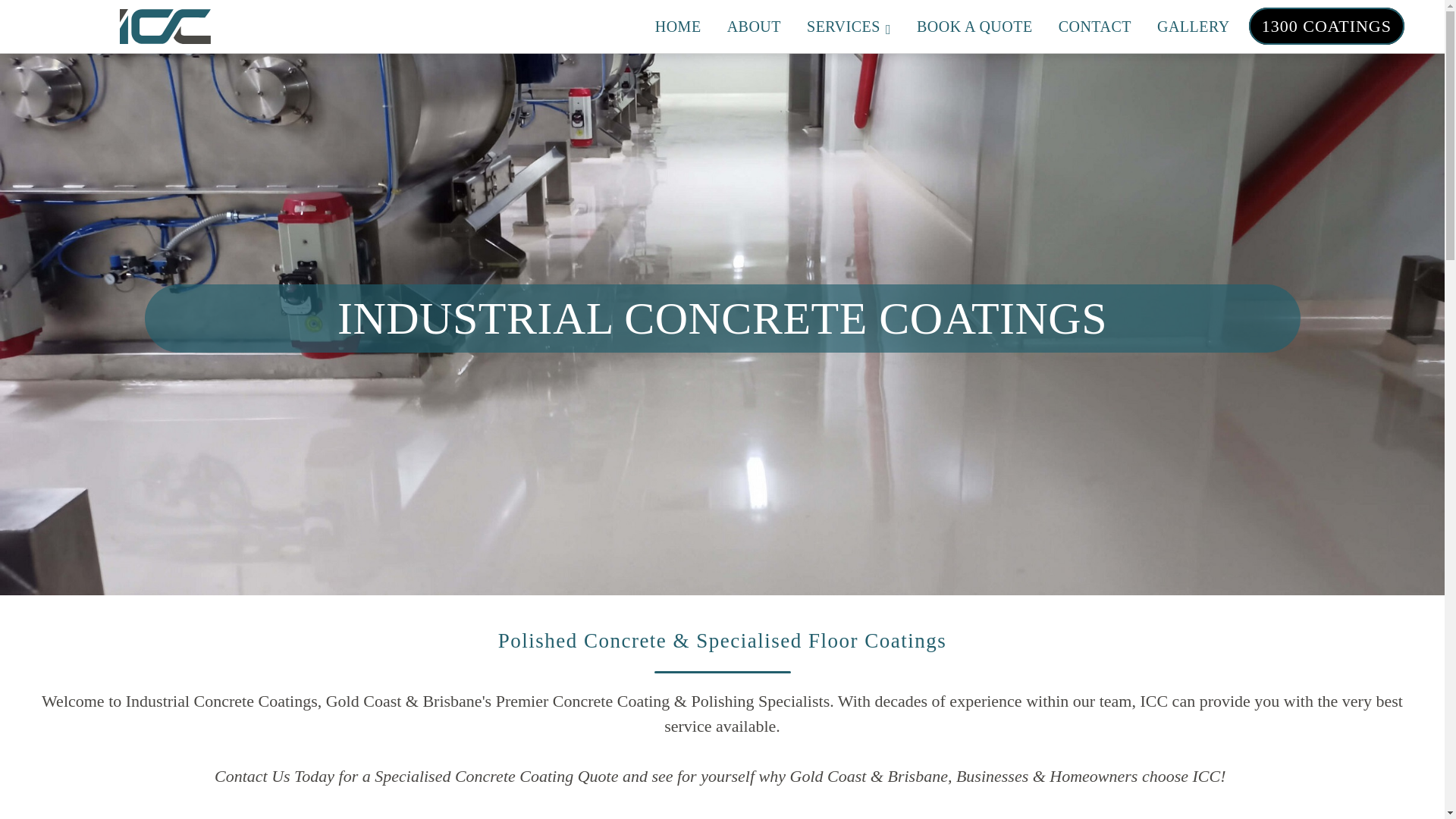 The image size is (1456, 819). I want to click on 'CONTACT', so click(1095, 26).